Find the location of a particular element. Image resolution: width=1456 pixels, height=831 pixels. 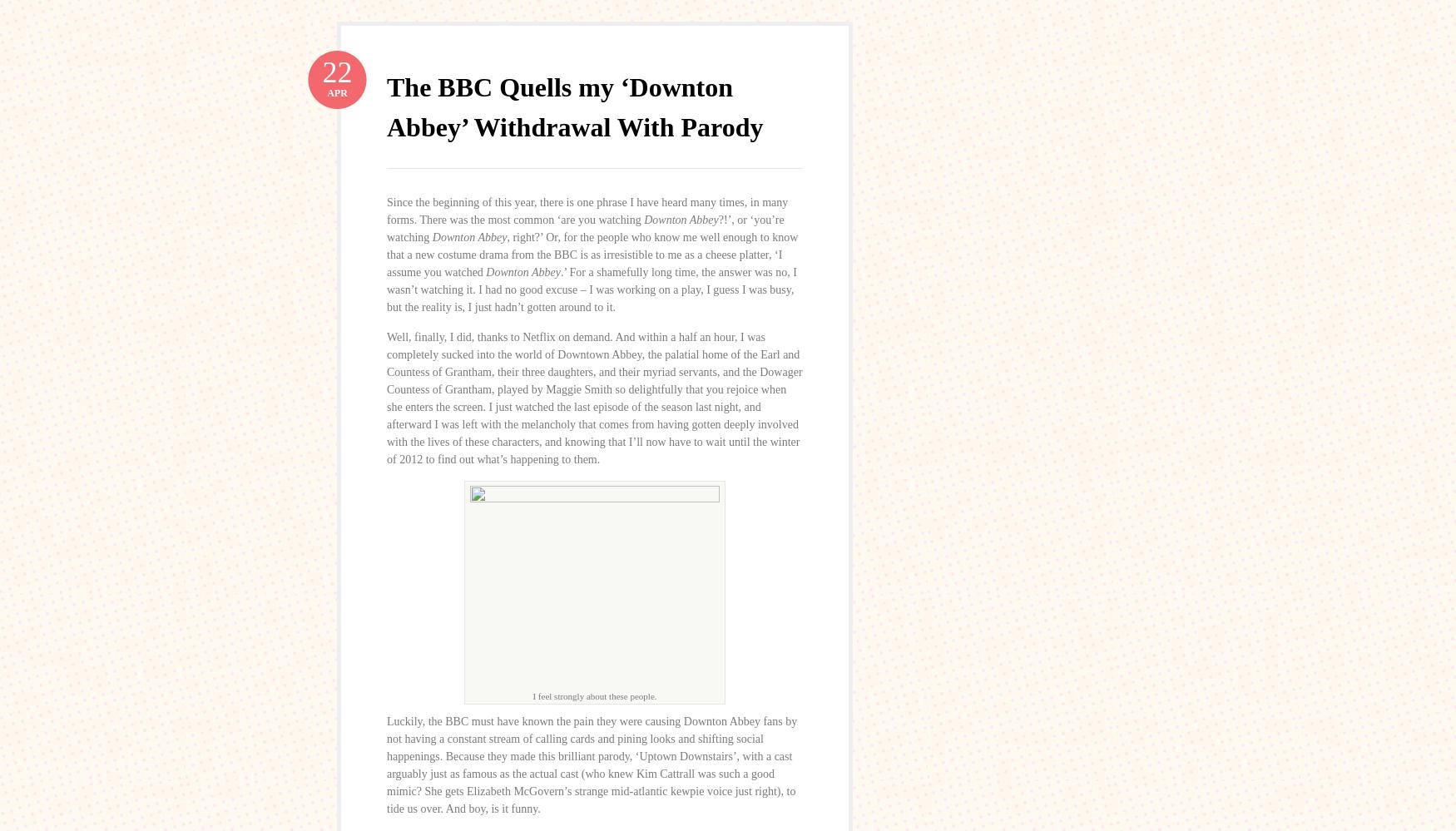

'I feel strongly about these people.' is located at coordinates (594, 694).